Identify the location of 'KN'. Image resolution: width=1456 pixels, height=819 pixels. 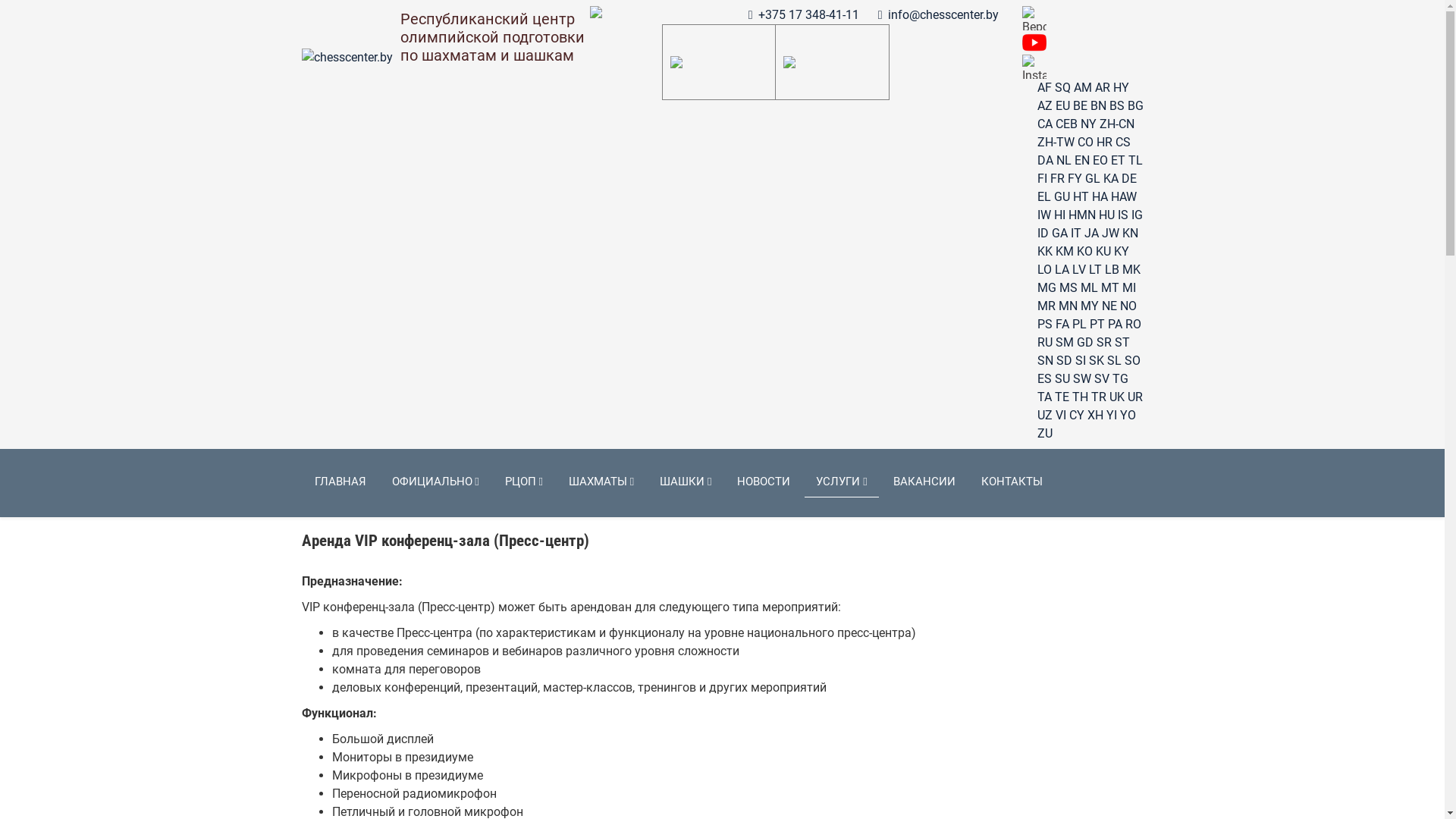
(1130, 233).